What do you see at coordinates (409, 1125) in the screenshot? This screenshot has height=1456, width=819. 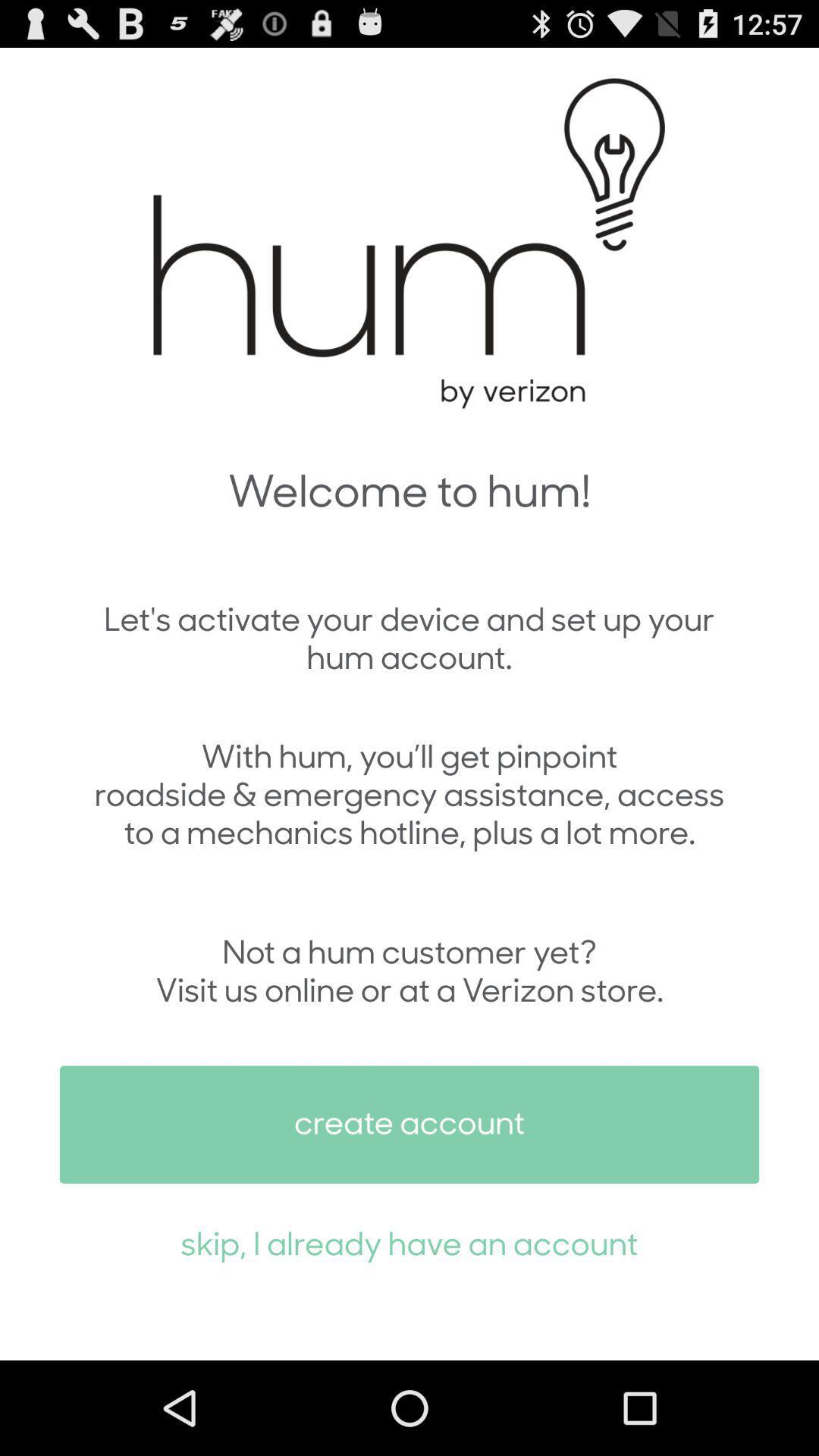 I see `item above skip i already item` at bounding box center [409, 1125].